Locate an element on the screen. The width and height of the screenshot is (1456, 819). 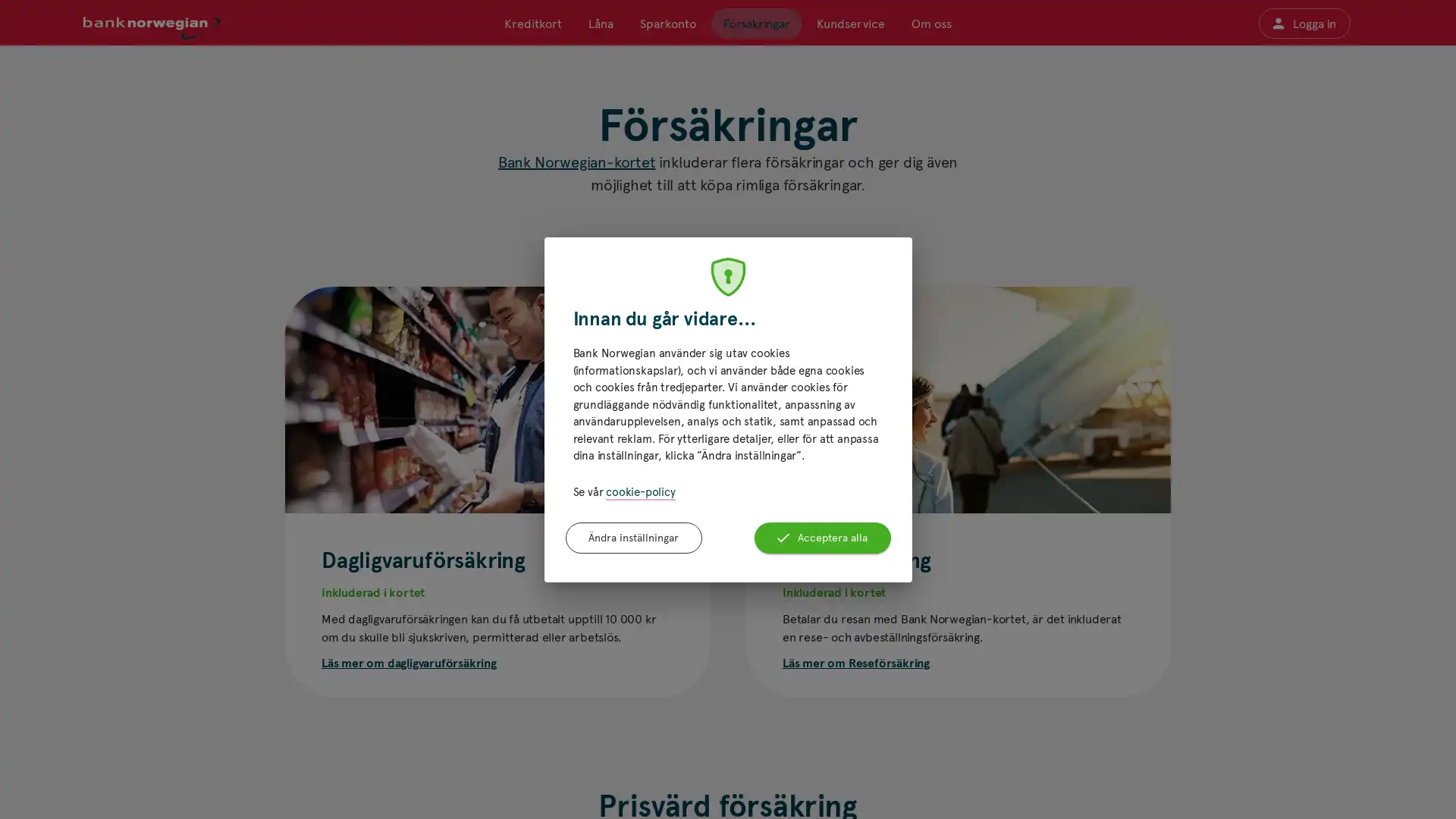
Acceptera alla is located at coordinates (821, 537).